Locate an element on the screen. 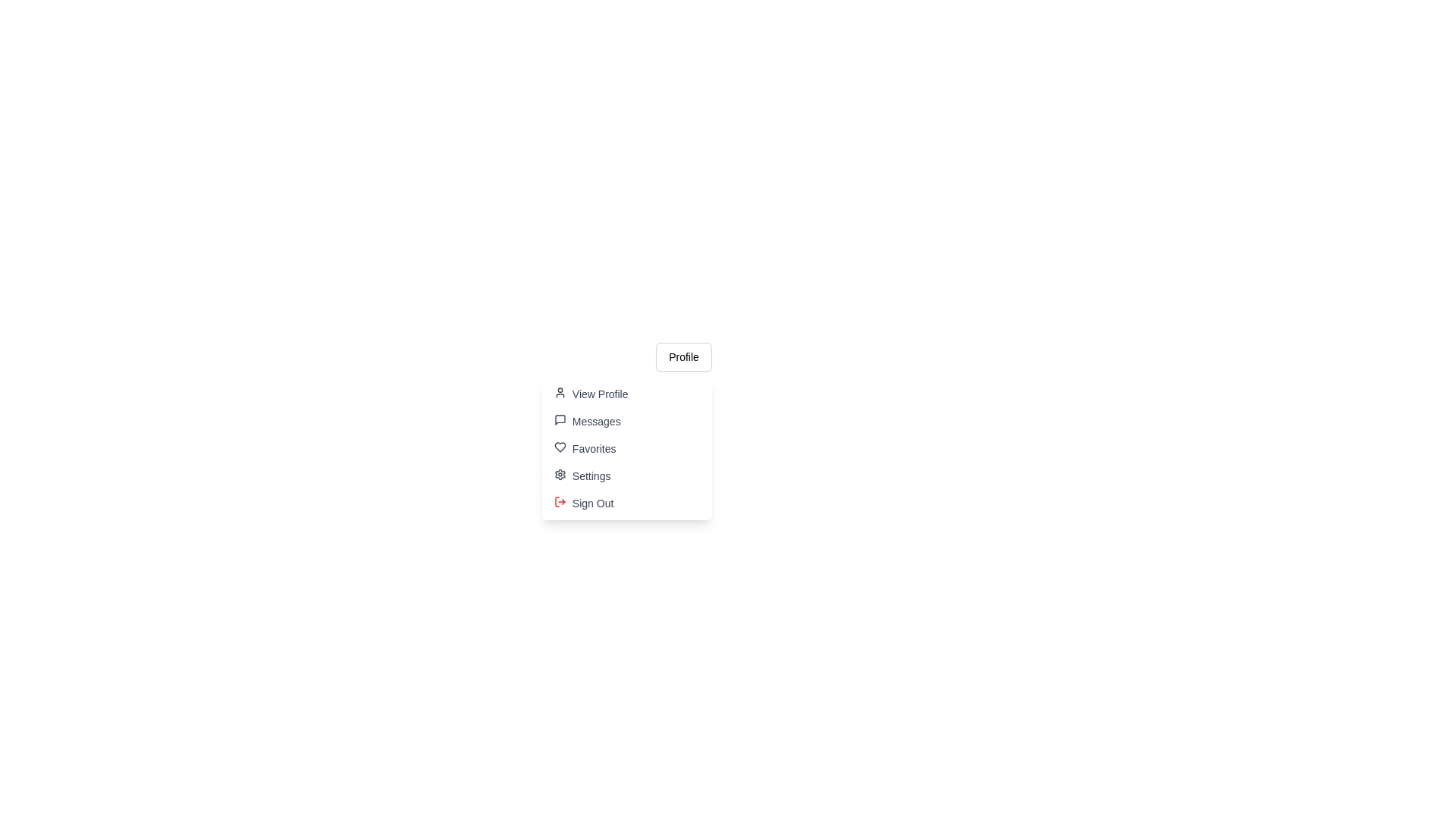 The width and height of the screenshot is (1456, 819). the button positioned fourth in the vertical menu list that navigates to the settings page is located at coordinates (626, 475).